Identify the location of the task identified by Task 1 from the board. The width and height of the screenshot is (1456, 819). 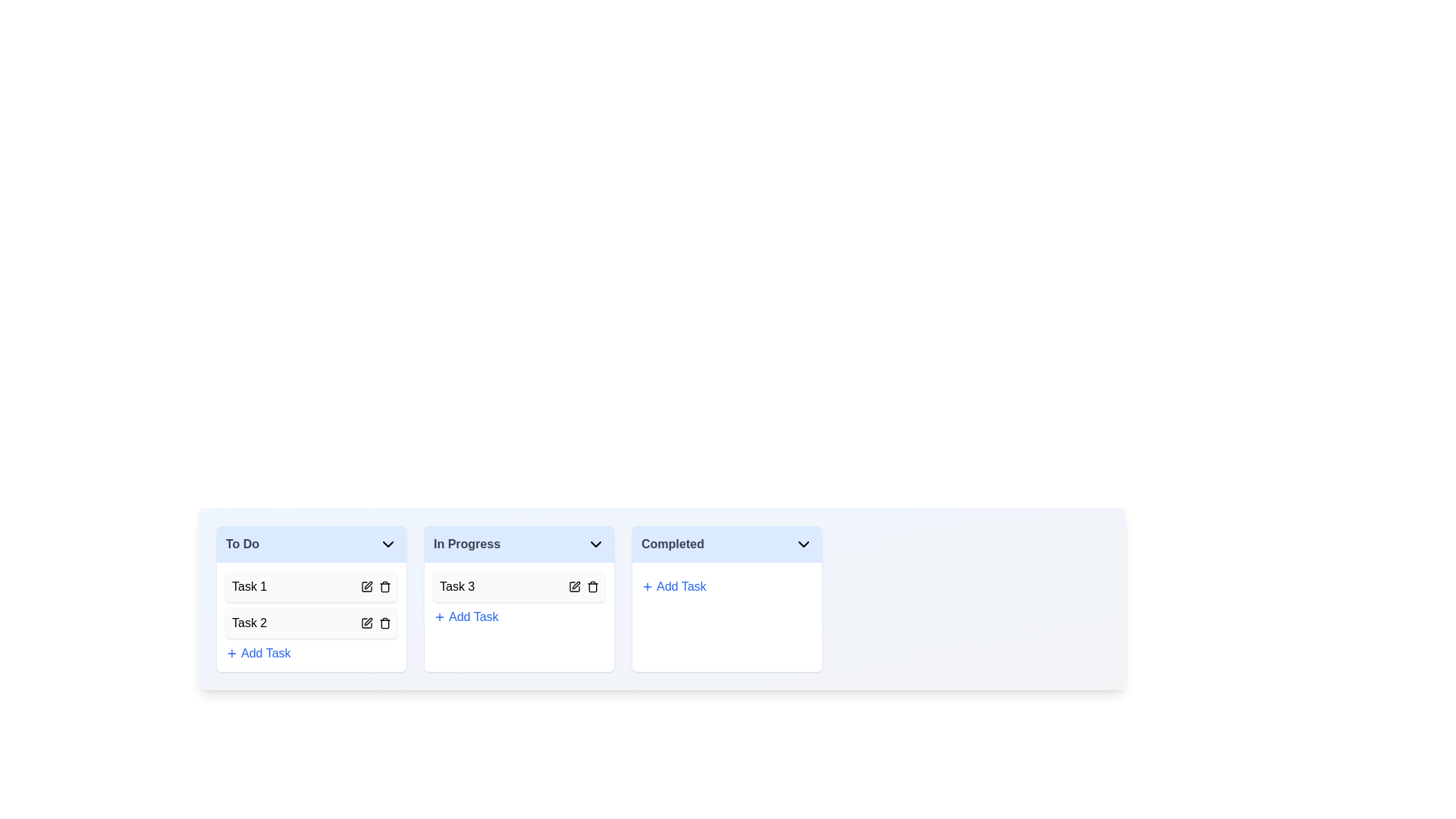
(385, 586).